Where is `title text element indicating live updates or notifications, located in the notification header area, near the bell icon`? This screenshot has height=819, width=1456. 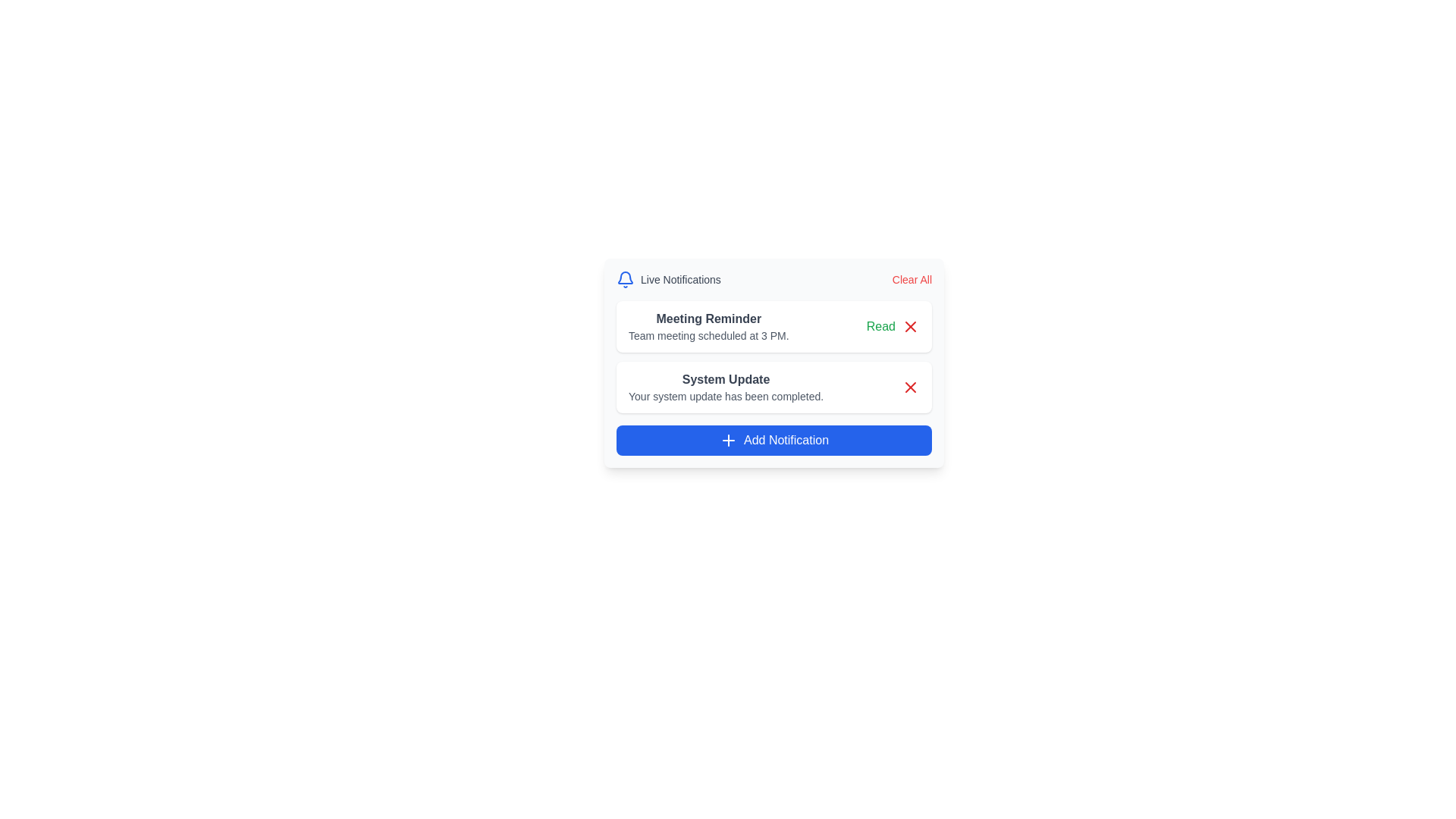 title text element indicating live updates or notifications, located in the notification header area, near the bell icon is located at coordinates (679, 280).